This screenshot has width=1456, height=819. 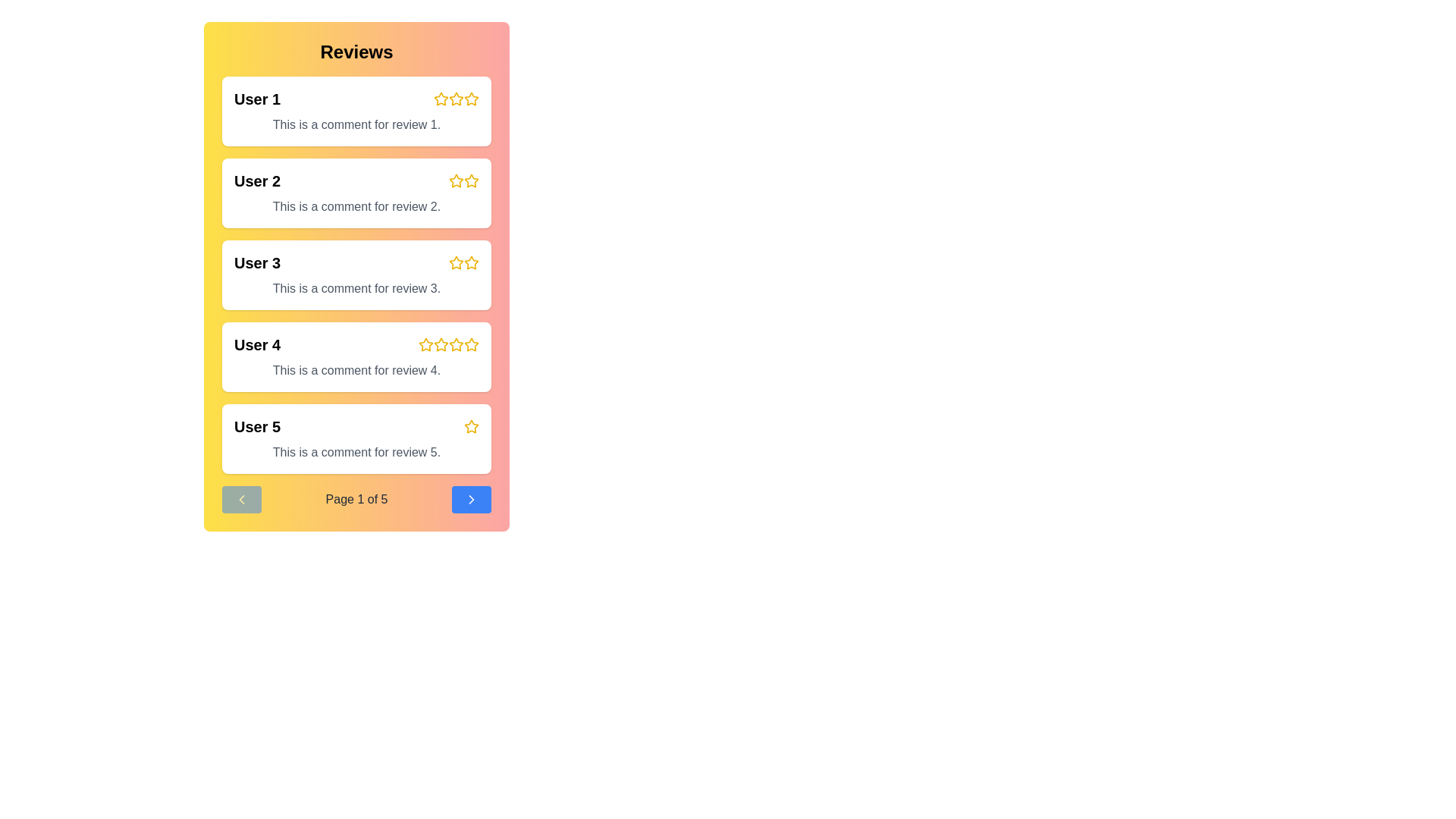 What do you see at coordinates (257, 427) in the screenshot?
I see `the text label that identifies the user's review section, located at the lower part of the page, associated with other elements like a star icon` at bounding box center [257, 427].